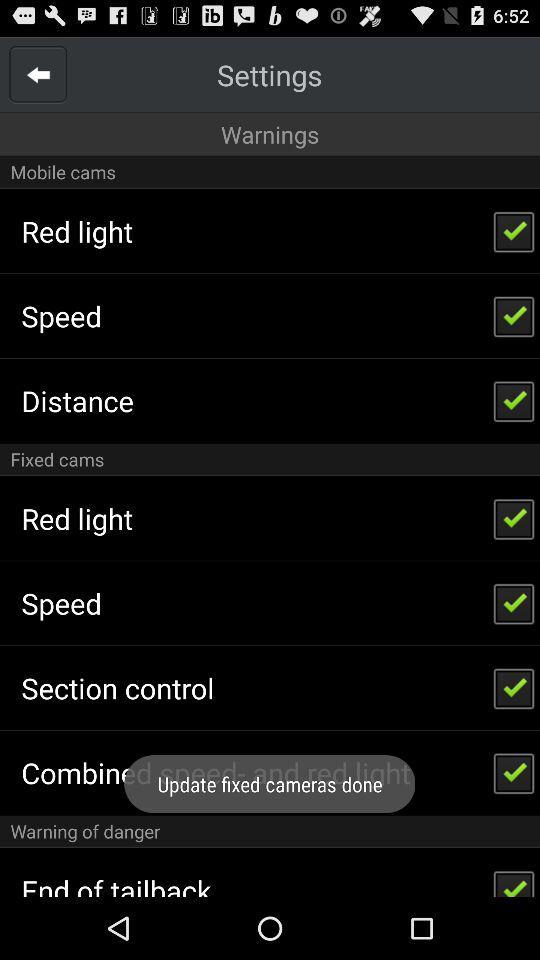 This screenshot has height=960, width=540. What do you see at coordinates (514, 688) in the screenshot?
I see `the option beside section control` at bounding box center [514, 688].